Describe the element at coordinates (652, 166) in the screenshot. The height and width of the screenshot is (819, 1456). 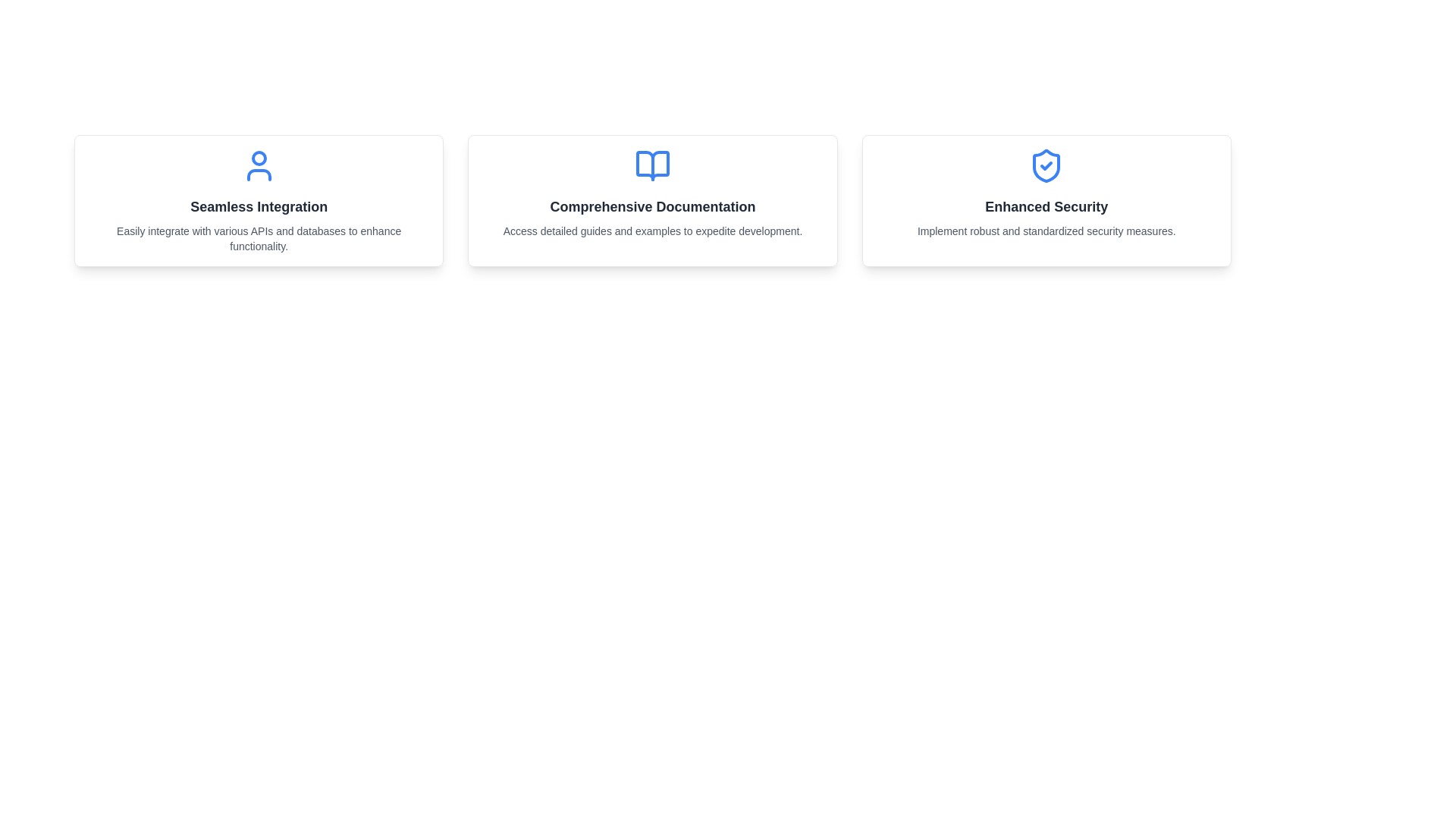
I see `the book icon, which is a blue stylized representation of an open book located in the central card above the title 'Comprehensive Documentation'` at that location.